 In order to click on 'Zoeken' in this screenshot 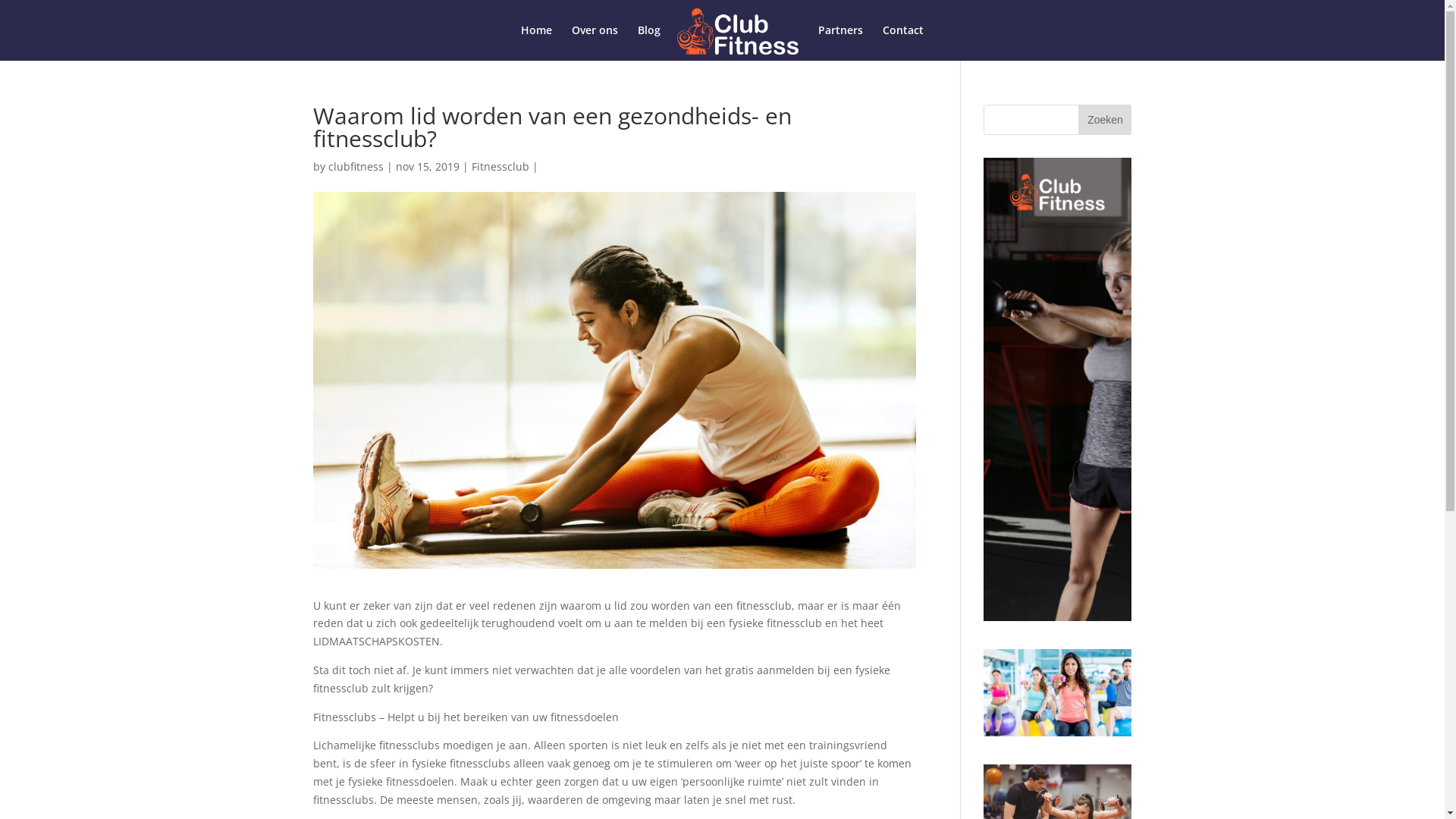, I will do `click(1105, 119)`.